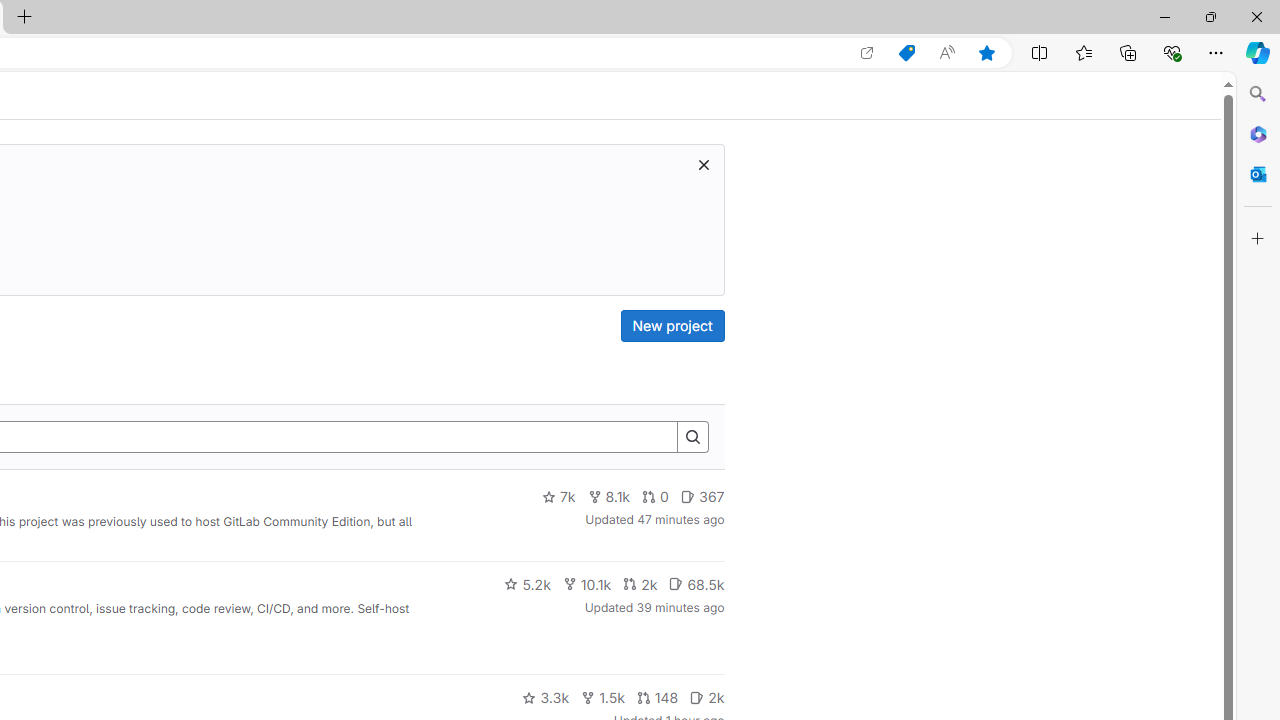 The width and height of the screenshot is (1280, 720). Describe the element at coordinates (703, 163) in the screenshot. I see `'Dismiss trial promotion'` at that location.